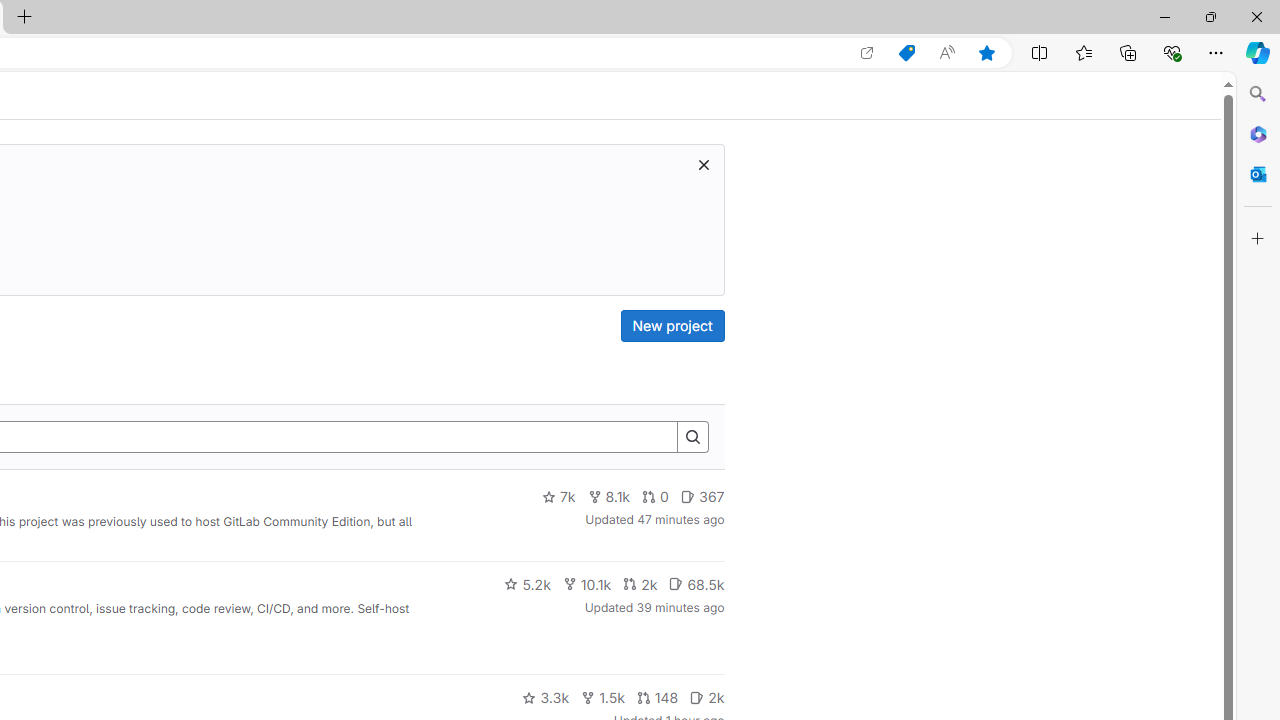 The width and height of the screenshot is (1280, 720). Describe the element at coordinates (703, 163) in the screenshot. I see `'Dismiss trial promotion'` at that location.